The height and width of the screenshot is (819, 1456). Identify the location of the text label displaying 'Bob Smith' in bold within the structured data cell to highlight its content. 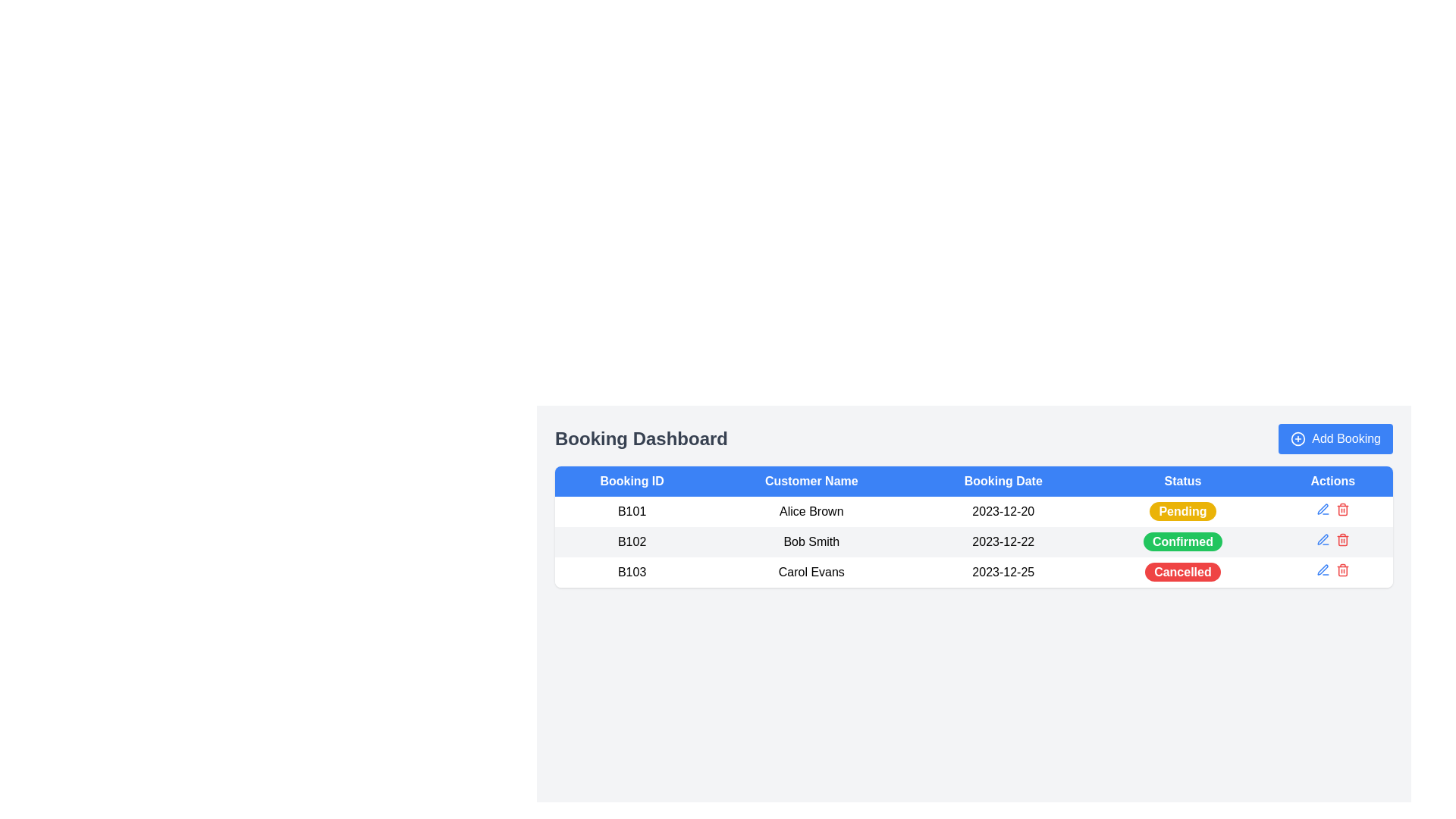
(811, 541).